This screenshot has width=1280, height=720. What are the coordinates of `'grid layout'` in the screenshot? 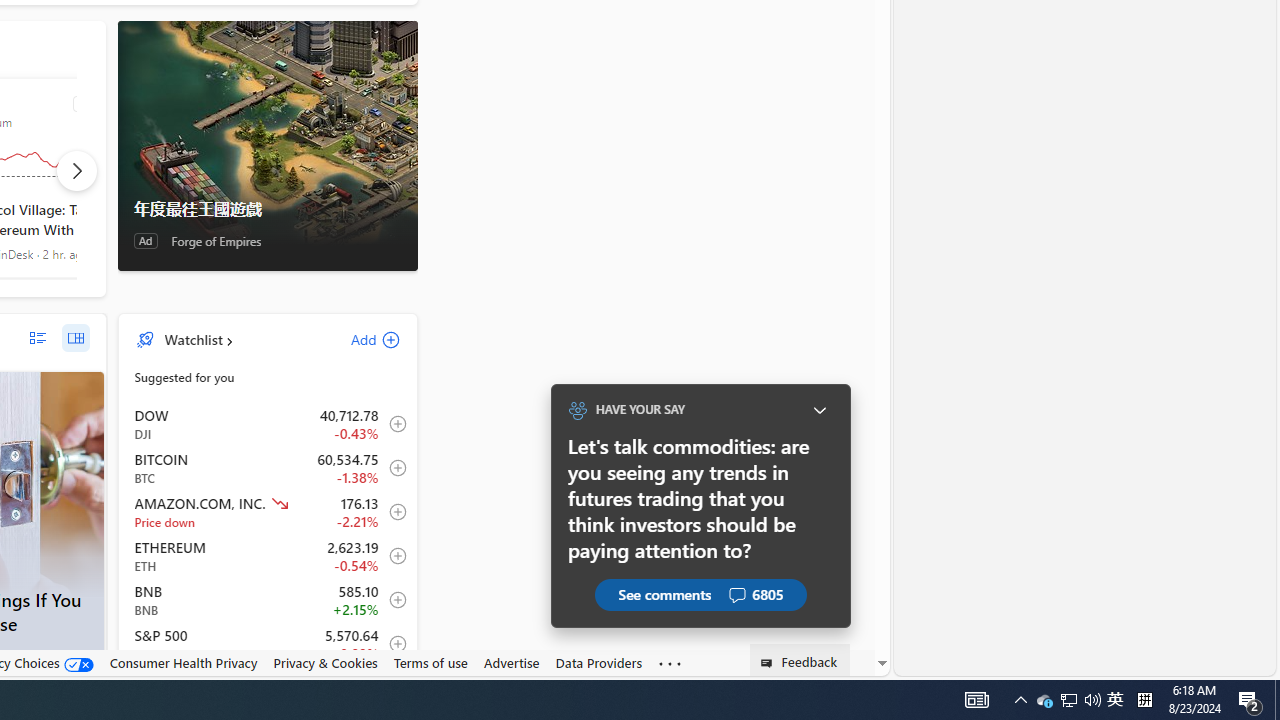 It's located at (75, 337).